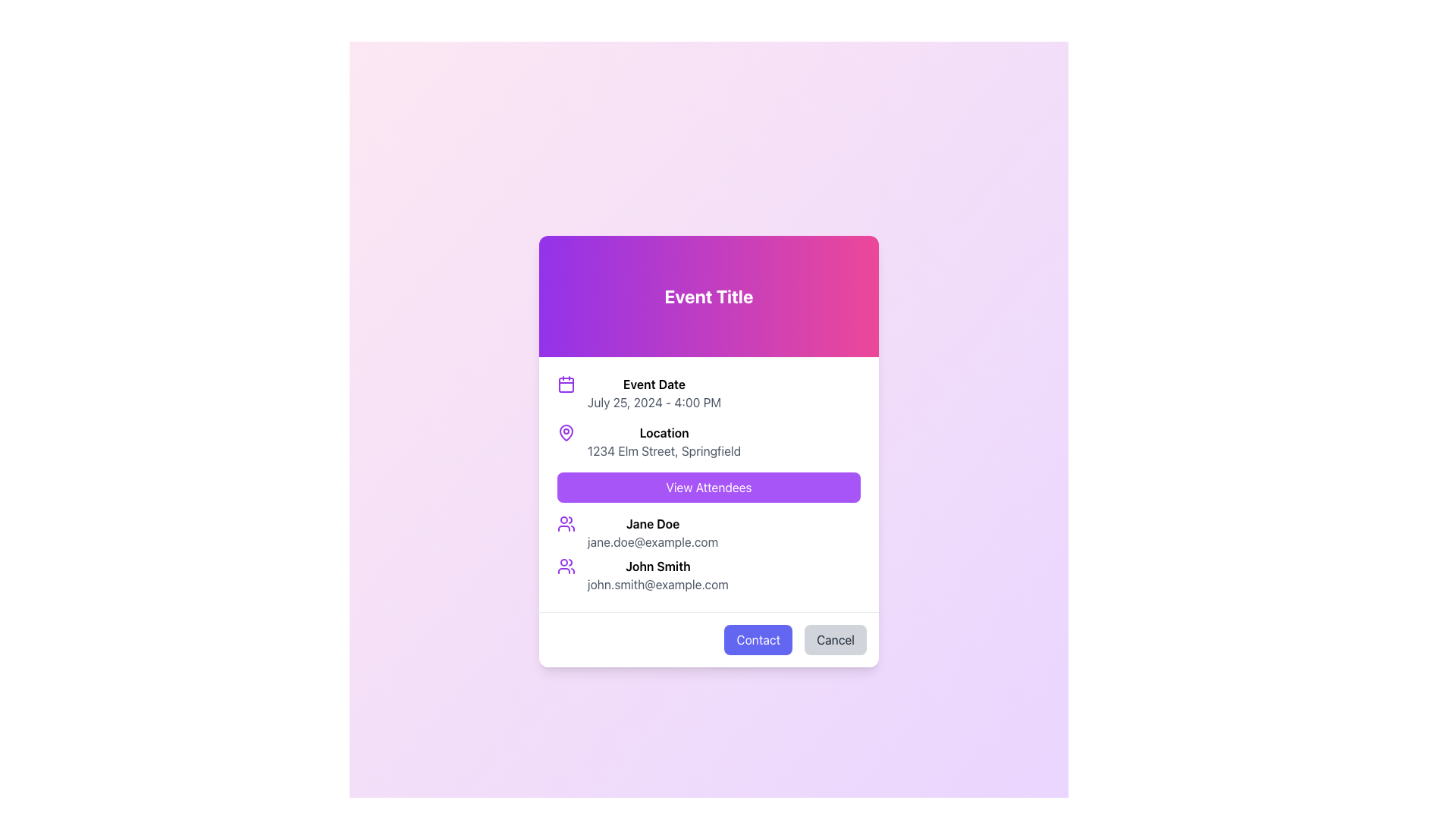 This screenshot has height=819, width=1456. I want to click on the bolded text label displaying 'John Smith', which is located in the second row of user information, above the email address 'john.smith@example.com', so click(658, 566).